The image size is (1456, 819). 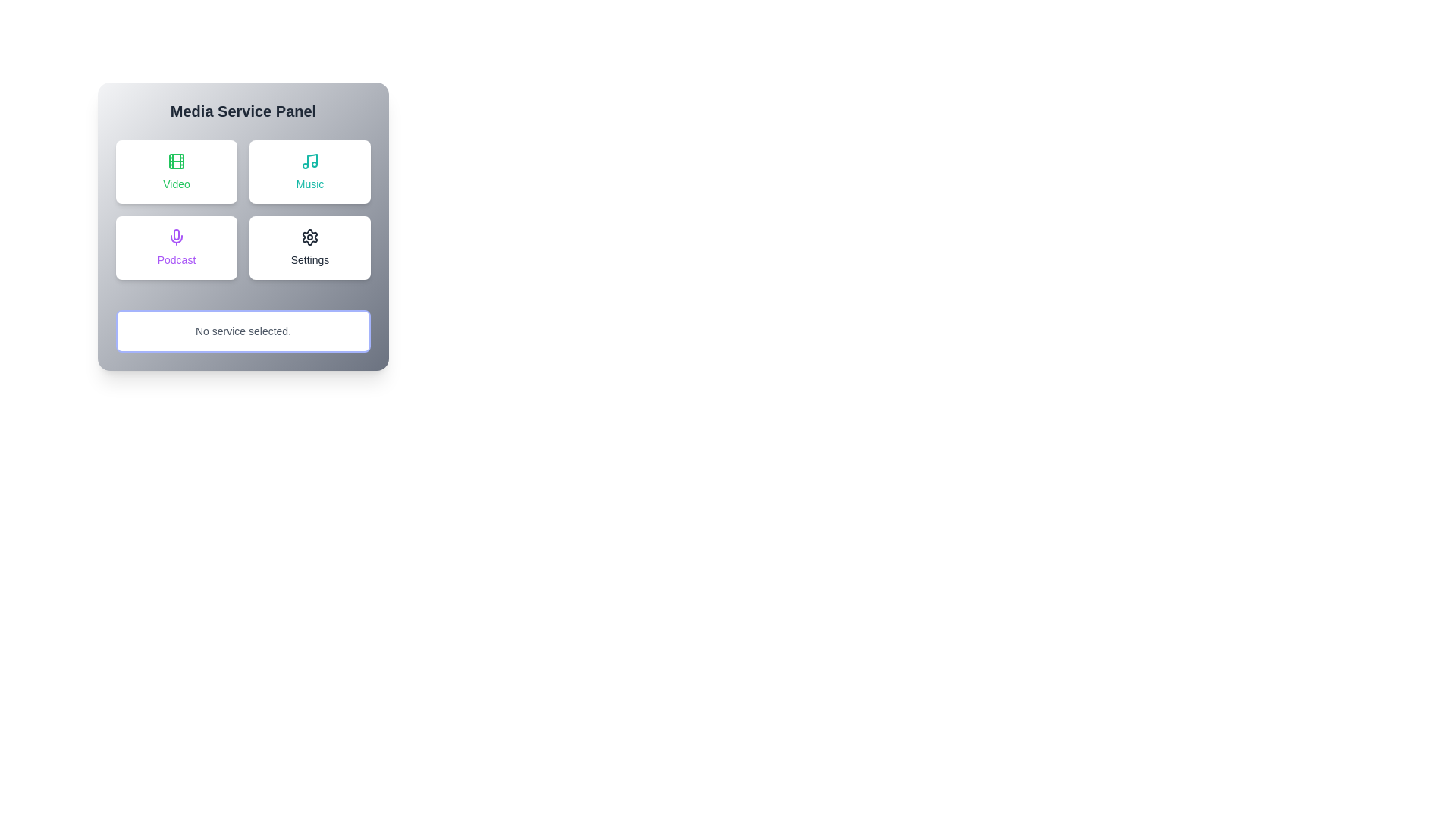 What do you see at coordinates (177, 184) in the screenshot?
I see `the text label 'Video' which indicates video services, located in the upper-left quadrant of the main interface panel` at bounding box center [177, 184].